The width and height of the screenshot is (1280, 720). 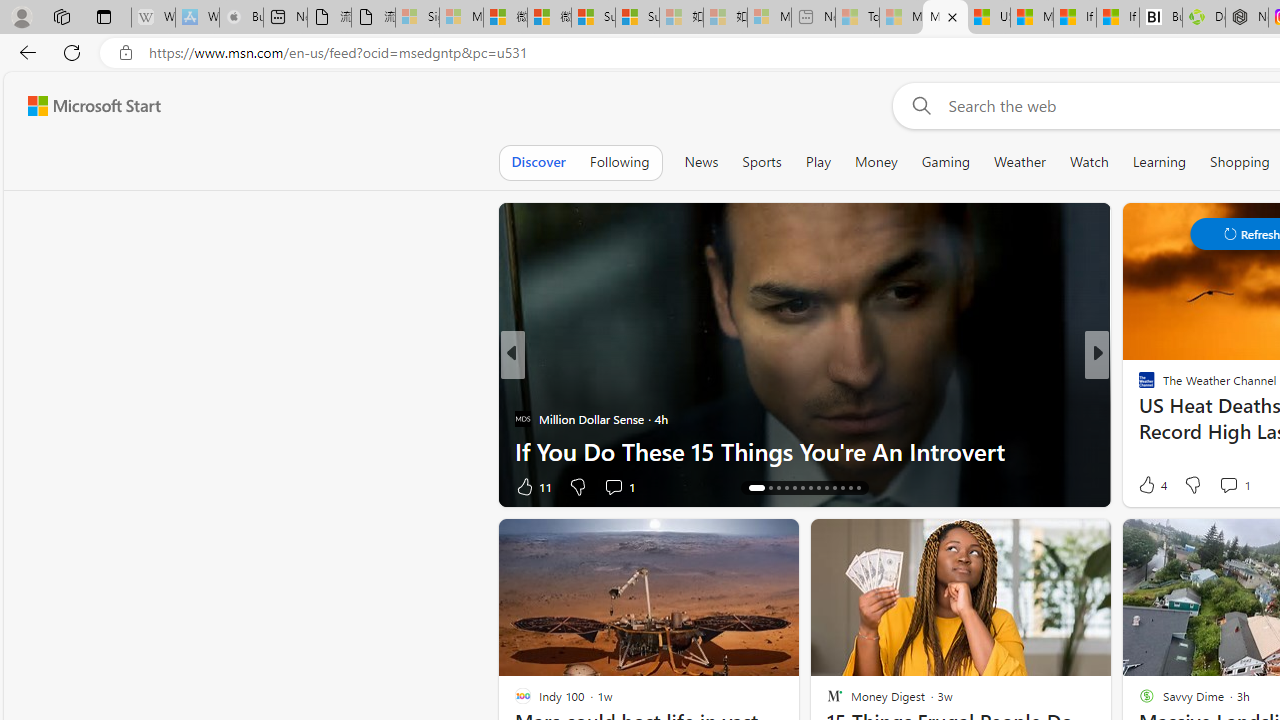 I want to click on '115 Like', so click(x=1152, y=486).